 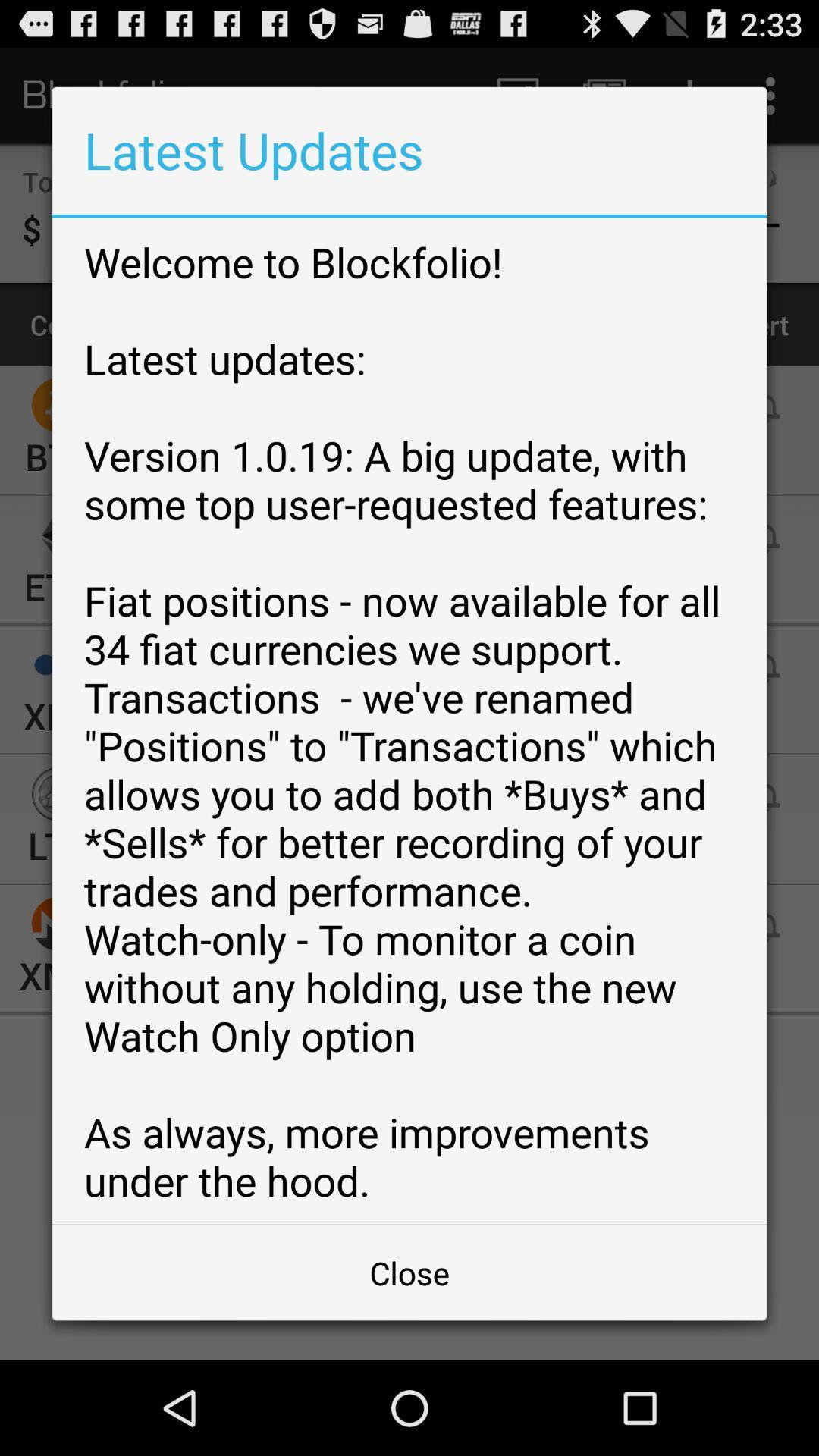 I want to click on app below the welcome to blockfolio app, so click(x=409, y=1272).